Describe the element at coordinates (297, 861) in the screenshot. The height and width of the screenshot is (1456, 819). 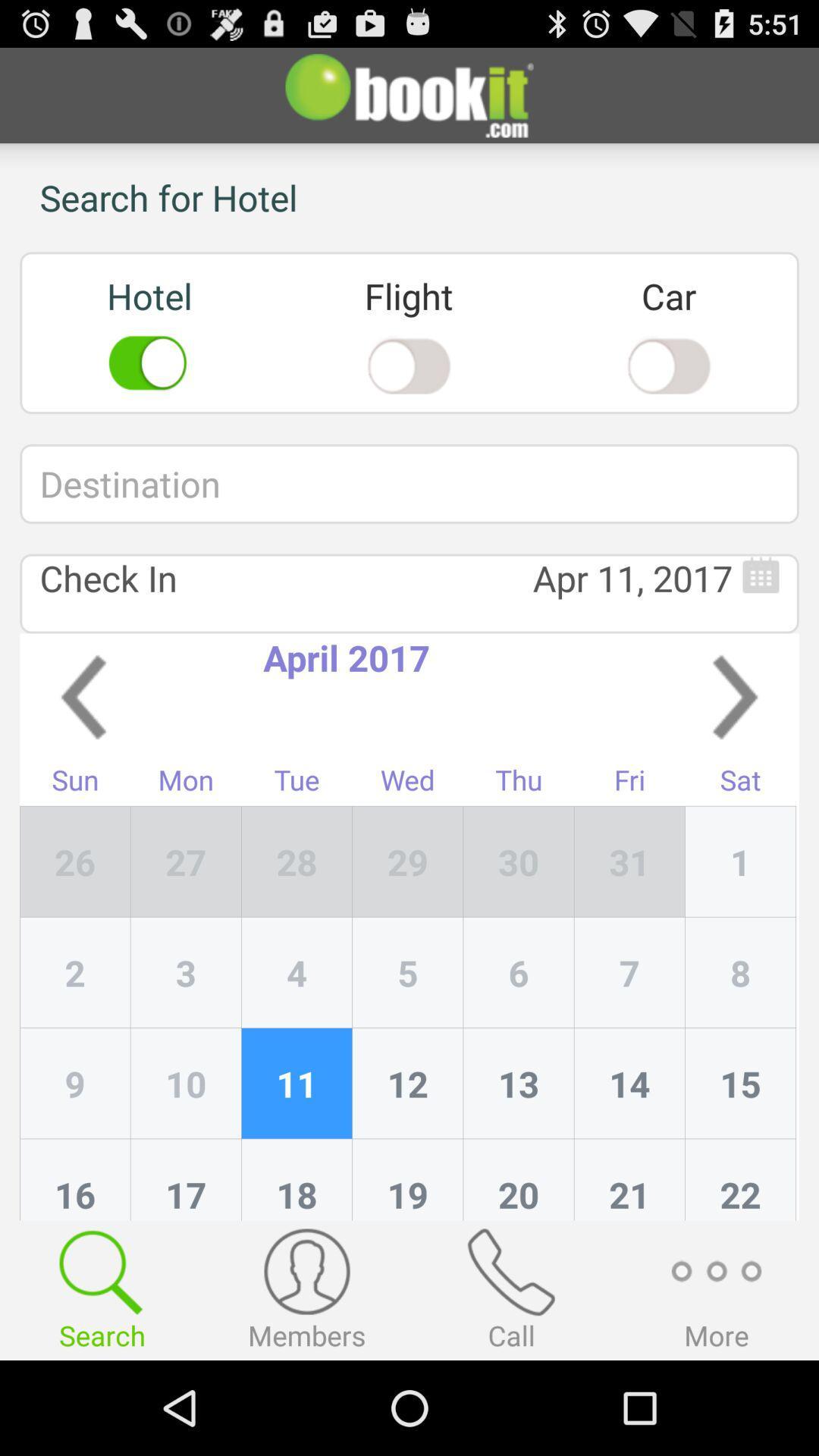
I see `the icon above the 3 item` at that location.